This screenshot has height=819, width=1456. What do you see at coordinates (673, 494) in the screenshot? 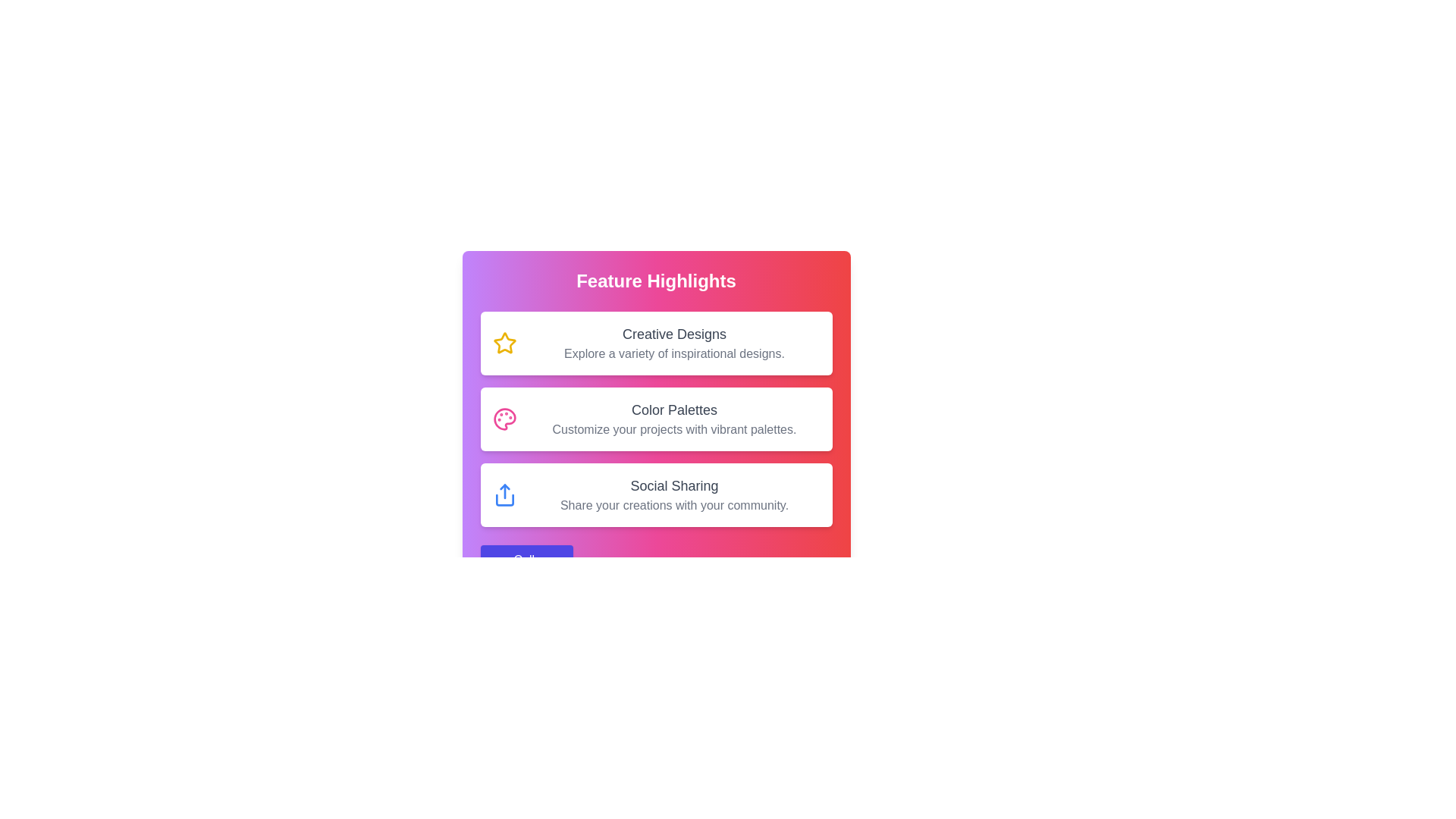
I see `informational text block about 'Social Sharing' located below the 'Color Palettes' section and above subsequent elements, which is the third item under the 'Feature Highlights' header` at bounding box center [673, 494].